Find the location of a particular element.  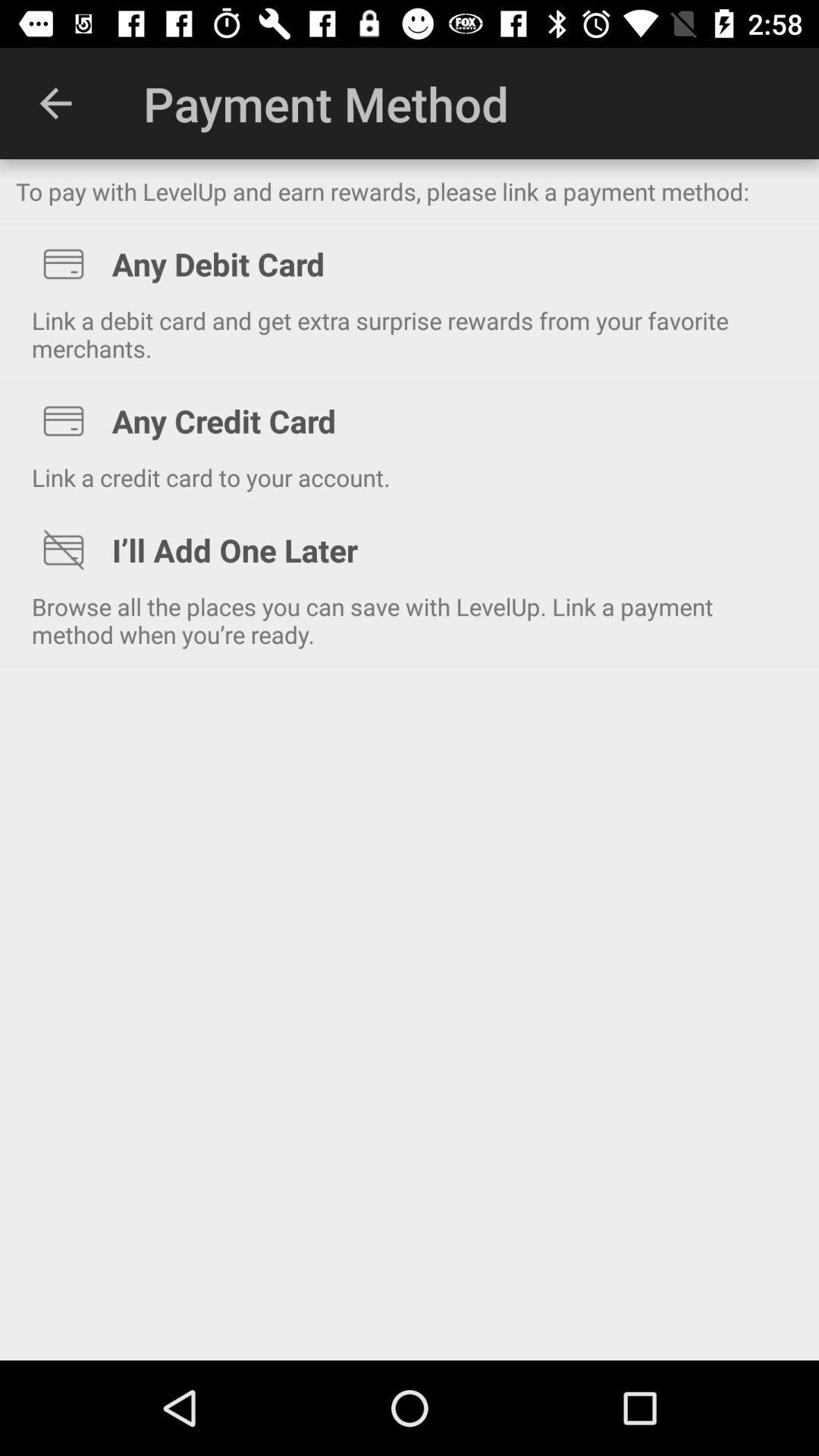

icon next to payment method item is located at coordinates (55, 102).